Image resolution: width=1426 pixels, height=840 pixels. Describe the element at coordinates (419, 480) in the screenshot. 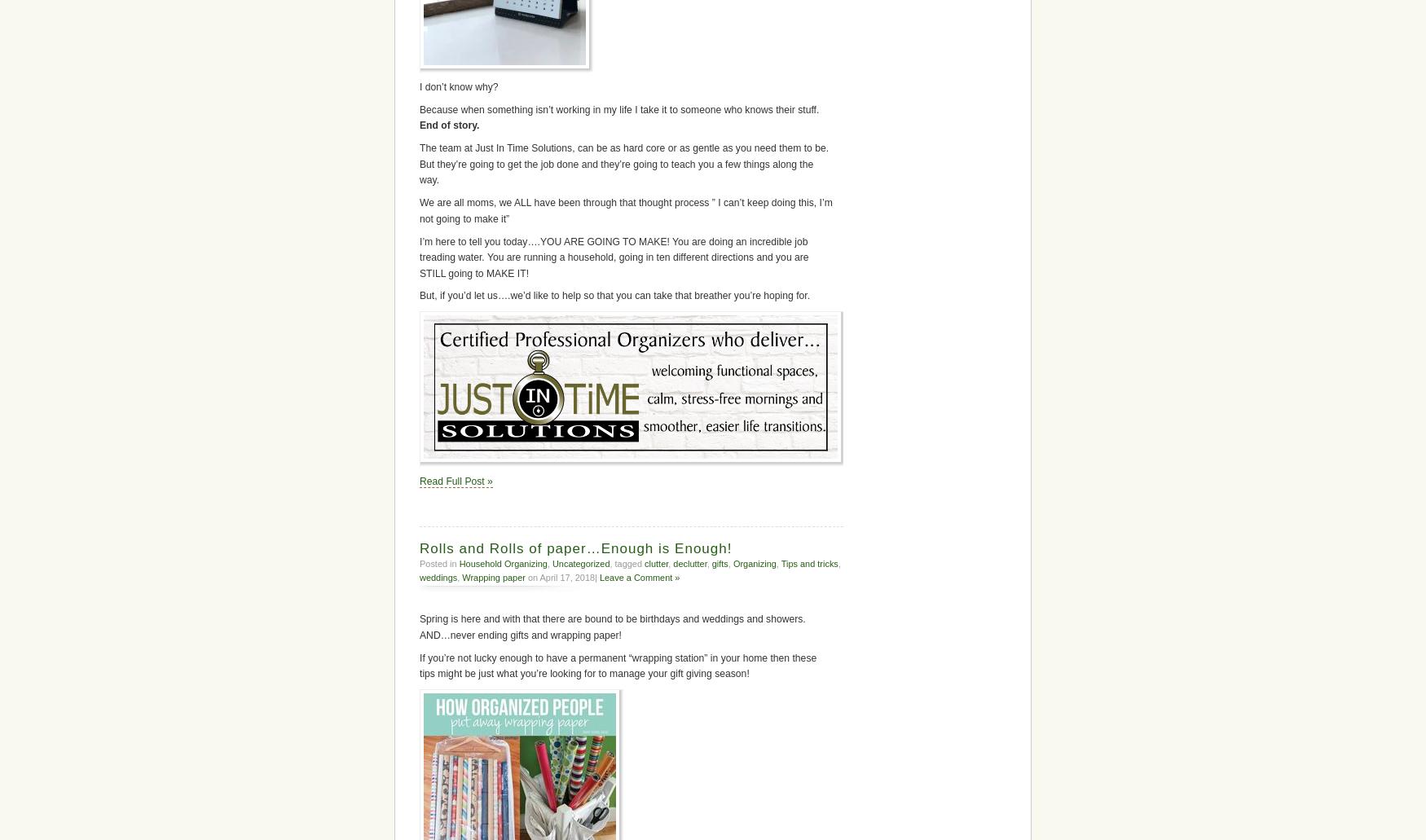

I see `'Read Full Post »'` at that location.